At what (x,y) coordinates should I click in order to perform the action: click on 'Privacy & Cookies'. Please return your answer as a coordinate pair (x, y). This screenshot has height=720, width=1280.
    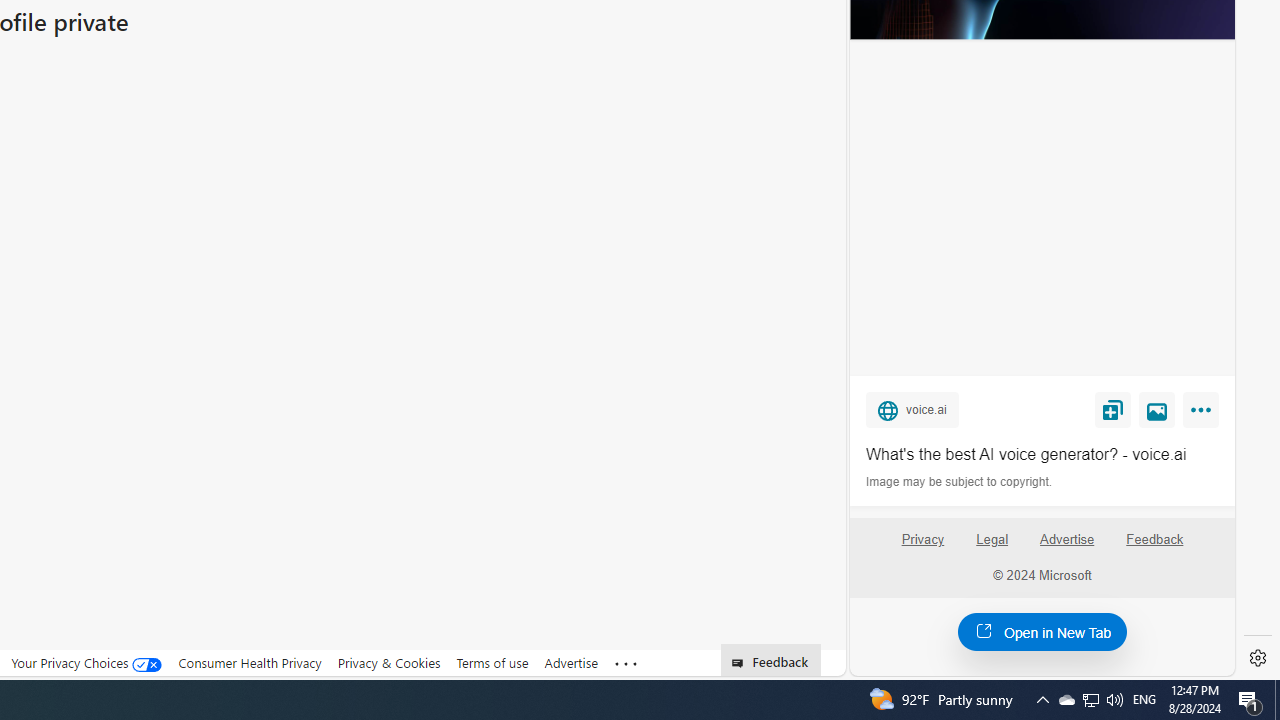
    Looking at the image, I should click on (389, 662).